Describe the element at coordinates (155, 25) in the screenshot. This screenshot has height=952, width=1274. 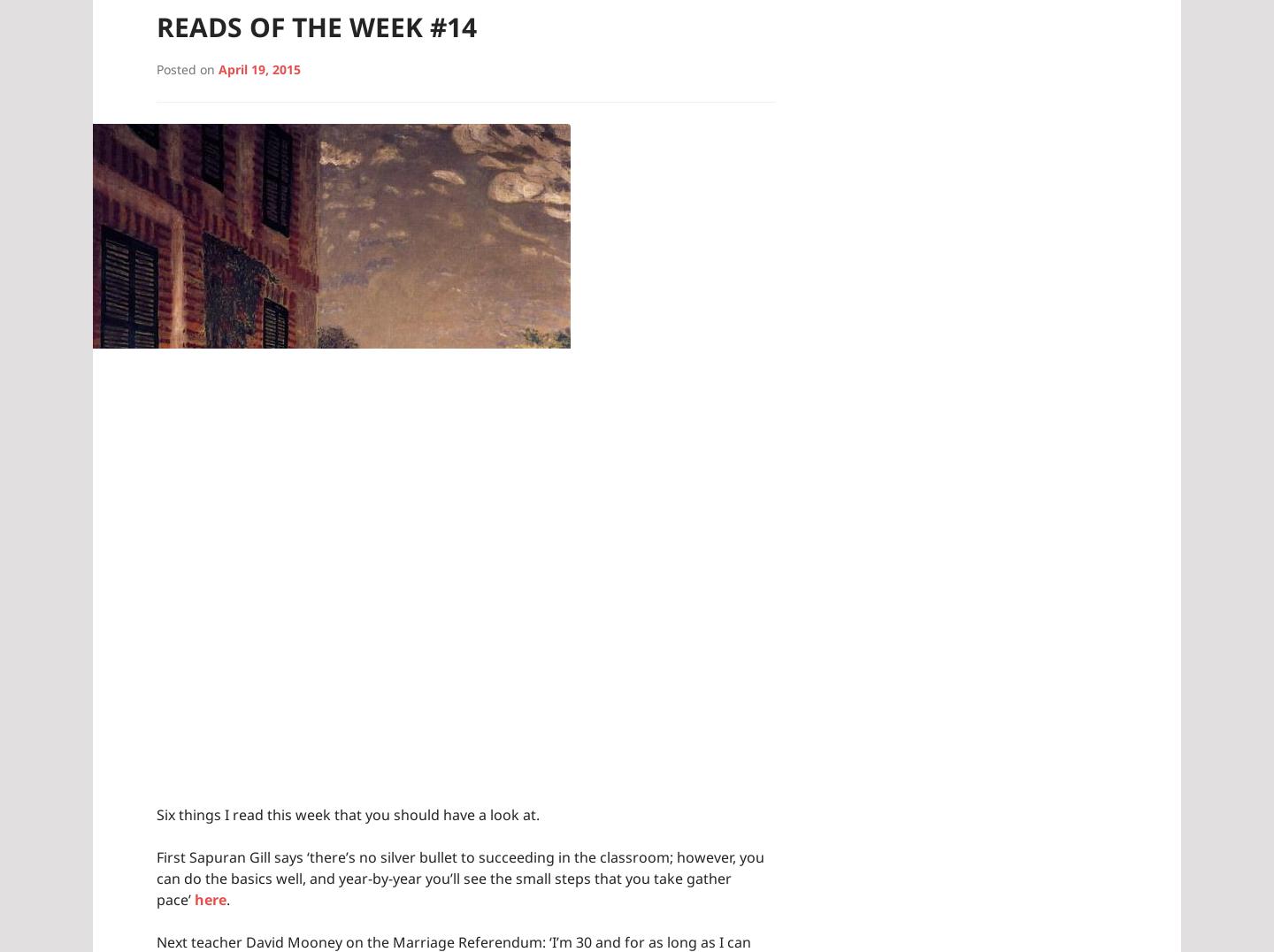
I see `'Reads of the Week #14'` at that location.